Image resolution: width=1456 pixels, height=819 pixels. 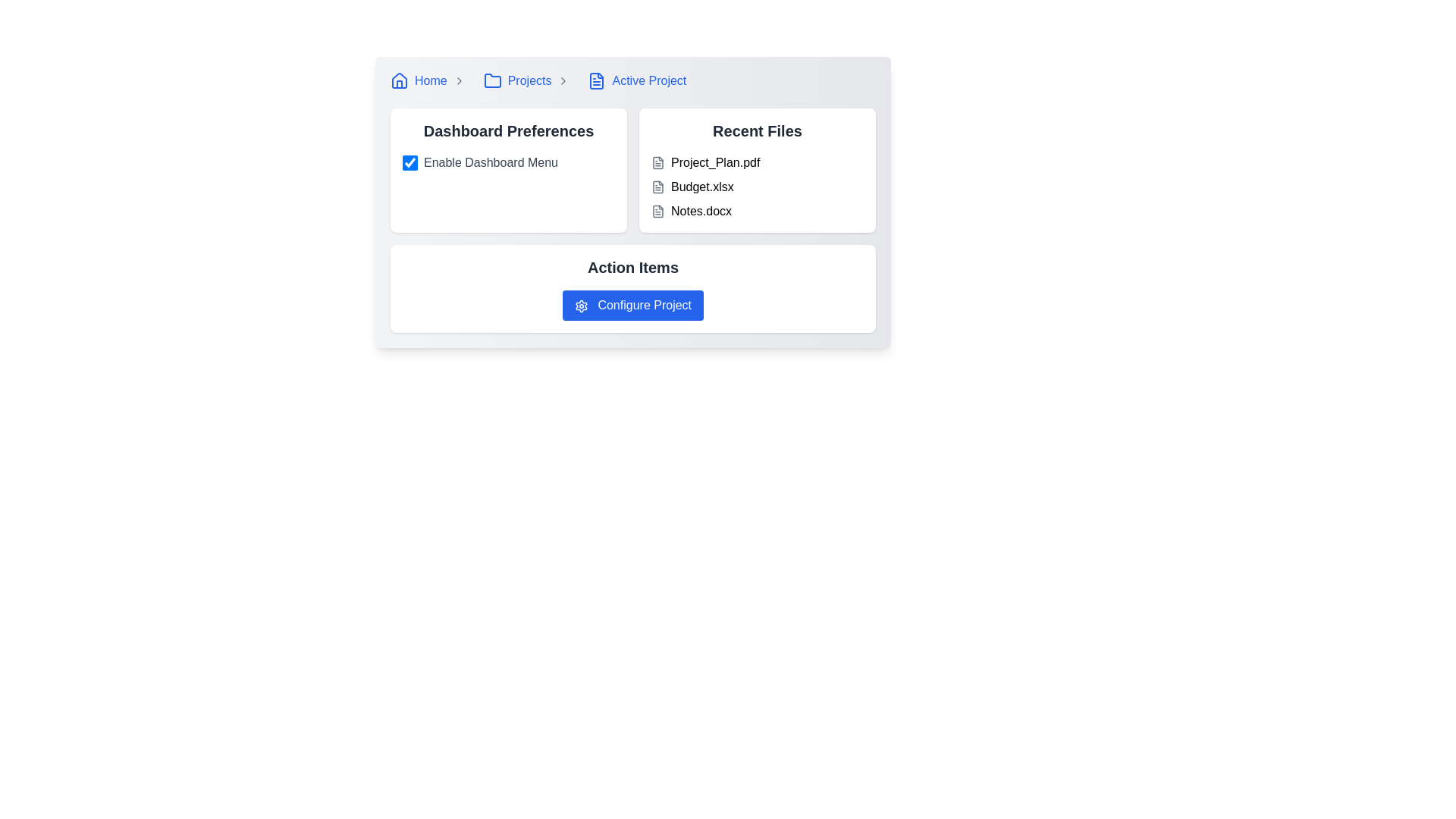 I want to click on the second item in the 'Recent Files' list, titled 'Budget.xlsx', so click(x=757, y=186).